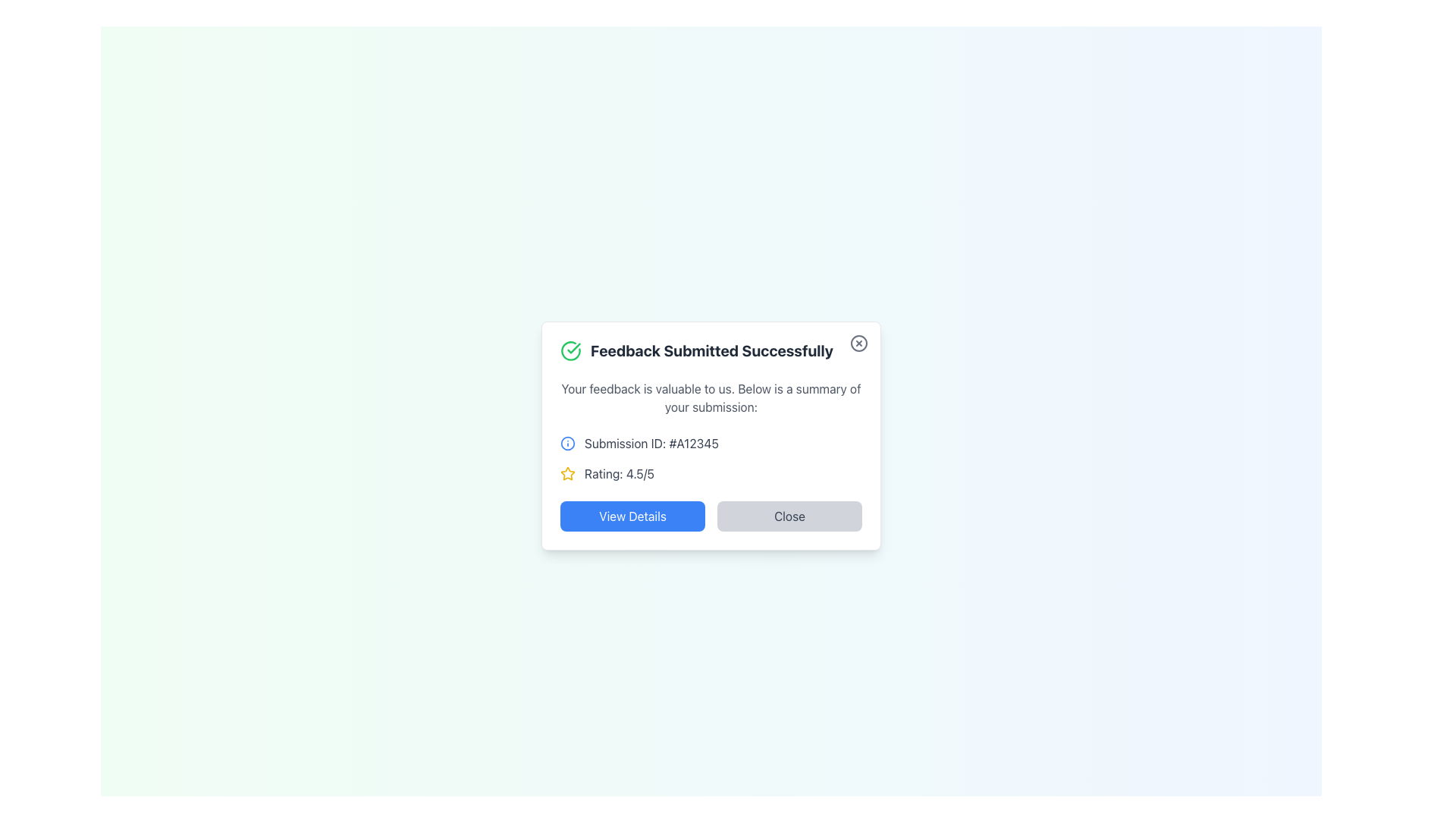  What do you see at coordinates (573, 348) in the screenshot?
I see `the checkmark icon within the SVG graphic located in the confirmation dialog box, which is styled in green and positioned to the left of the heading 'Feedback Submitted Successfully'` at bounding box center [573, 348].